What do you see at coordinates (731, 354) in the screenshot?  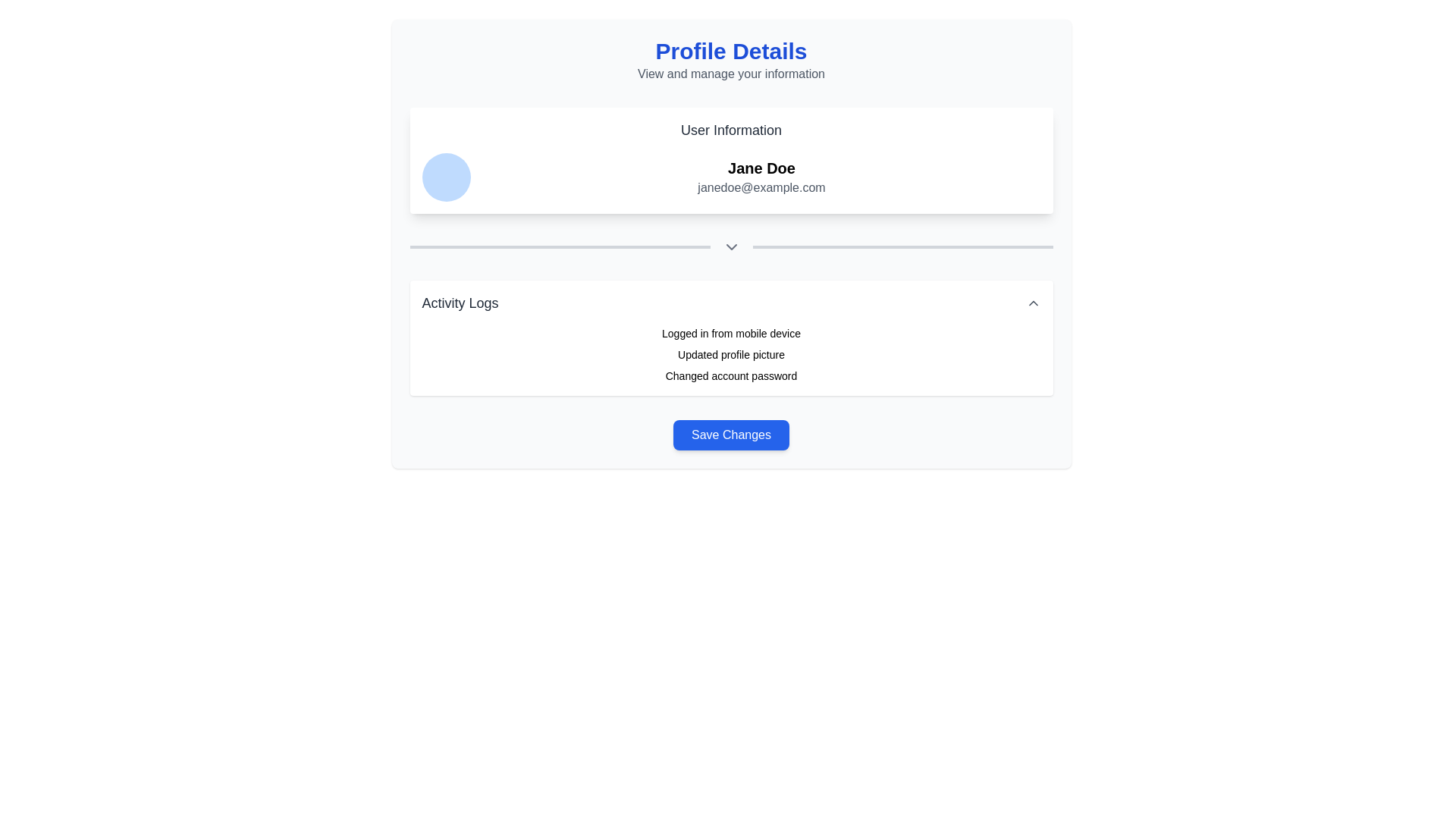 I see `the static text list displaying recent user activities in the 'Activity Logs' section of the interface` at bounding box center [731, 354].